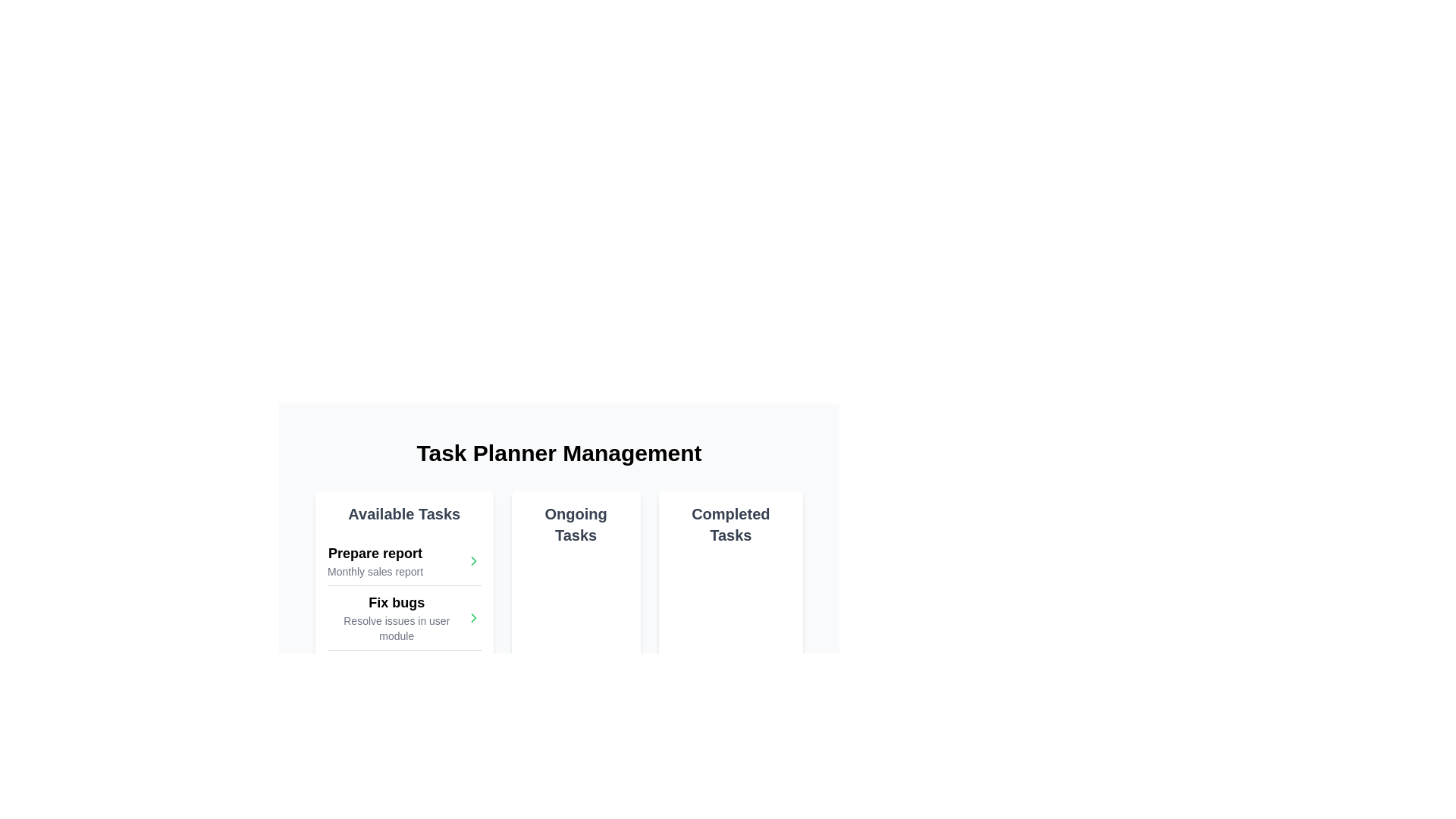 The height and width of the screenshot is (819, 1456). What do you see at coordinates (397, 601) in the screenshot?
I see `text label 'Fix bugs' located under the 'Available Tasks' section, which is the second task item in the list` at bounding box center [397, 601].